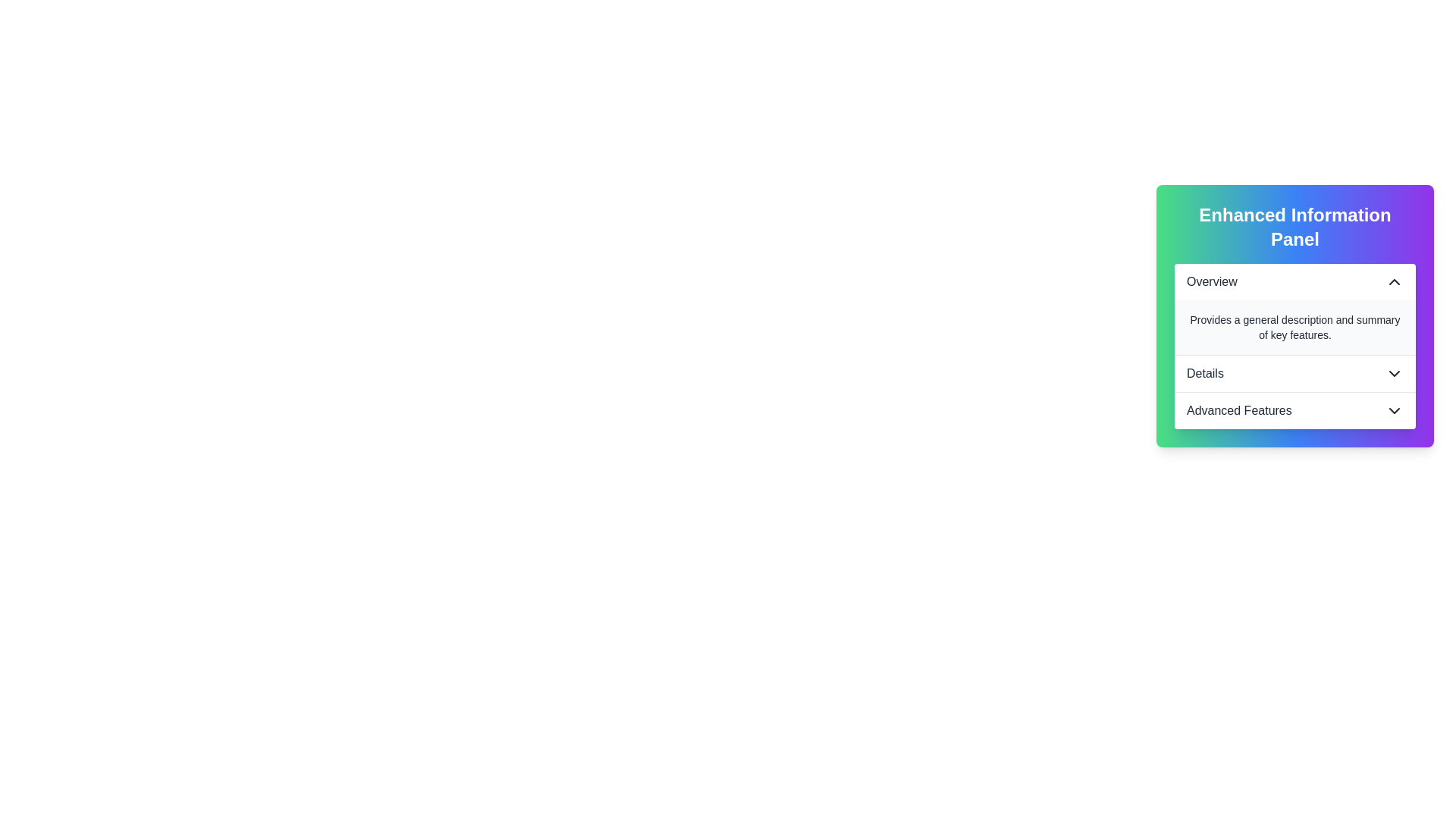  I want to click on the button located in the 'Enhanced Information Panel' that toggles additional details, so click(1294, 373).